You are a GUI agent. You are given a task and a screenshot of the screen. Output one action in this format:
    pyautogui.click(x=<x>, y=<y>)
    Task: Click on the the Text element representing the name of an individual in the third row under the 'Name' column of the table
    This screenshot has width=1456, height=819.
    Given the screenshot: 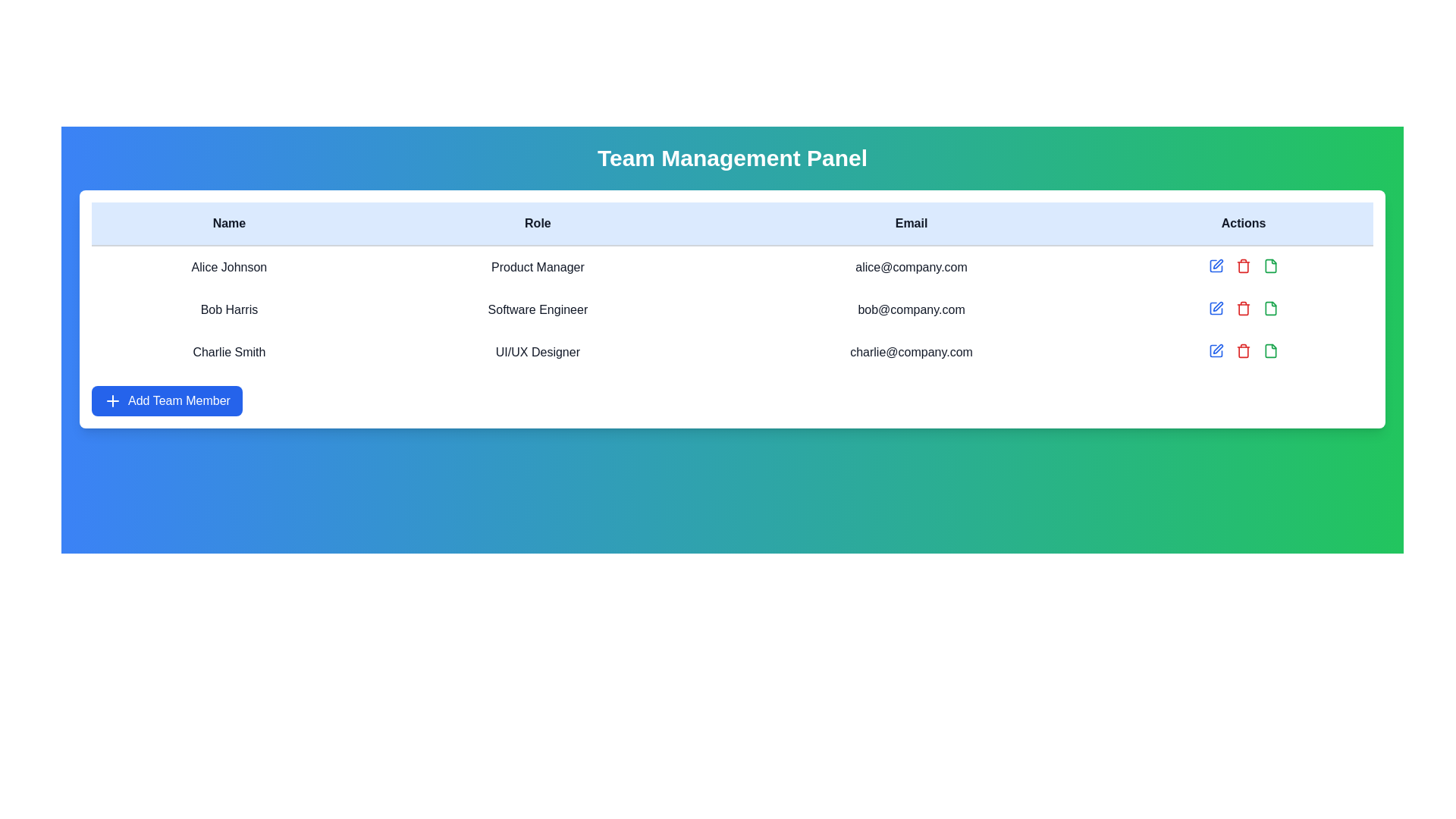 What is the action you would take?
    pyautogui.click(x=228, y=353)
    